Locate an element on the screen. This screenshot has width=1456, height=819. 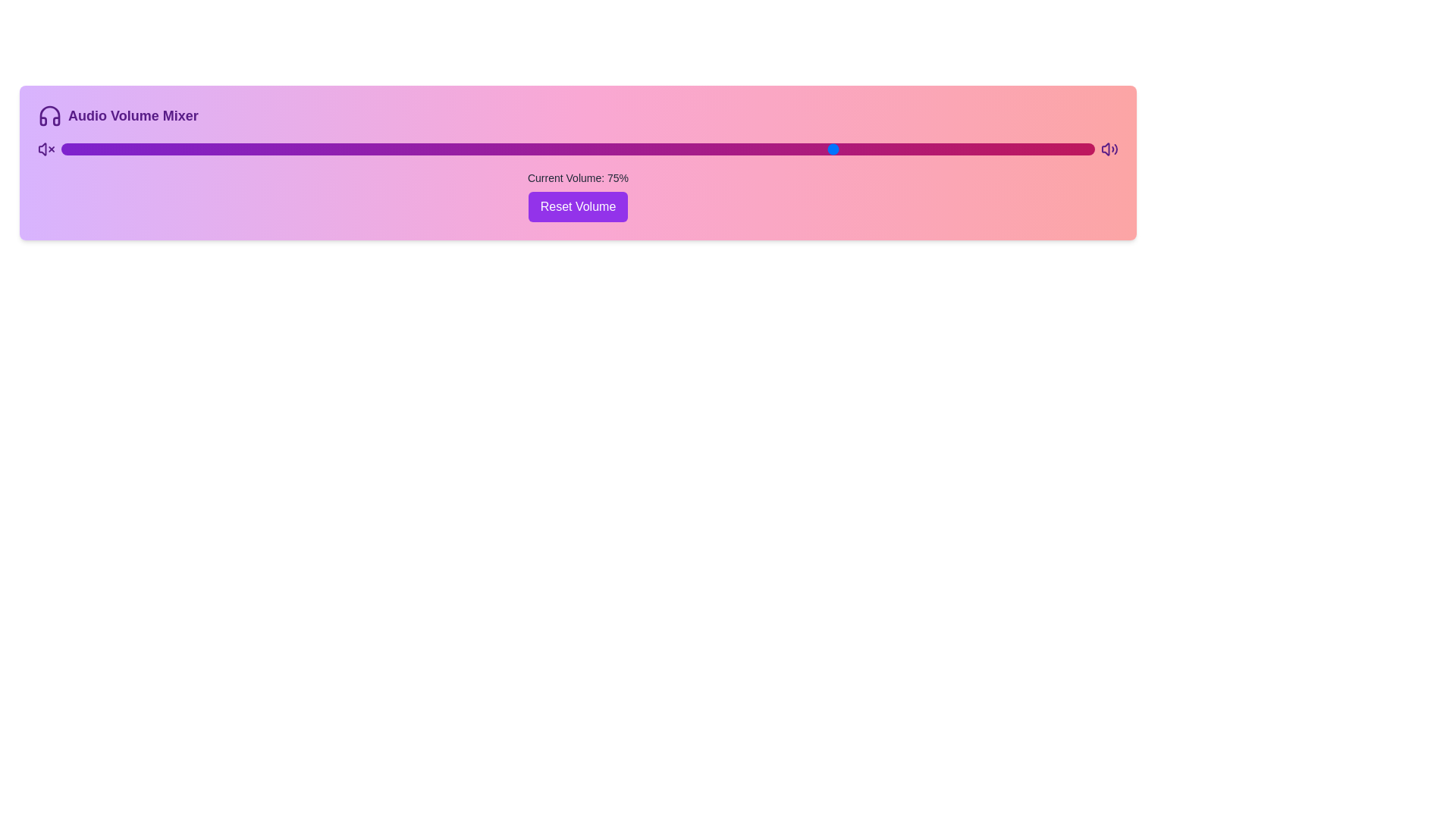
the volume slider to 93% is located at coordinates (1022, 149).